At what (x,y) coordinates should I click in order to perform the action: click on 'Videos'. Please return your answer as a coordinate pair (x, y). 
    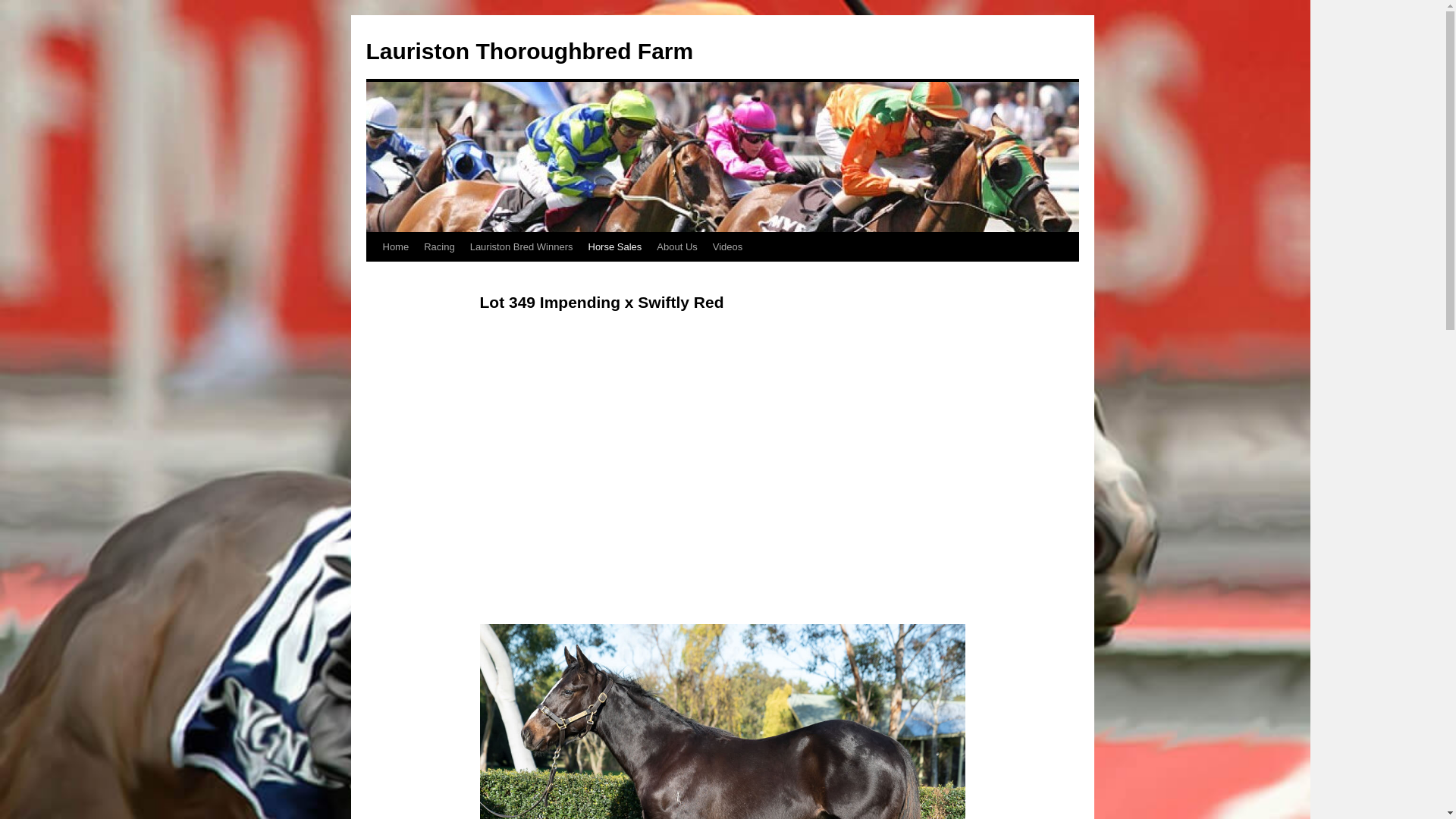
    Looking at the image, I should click on (728, 246).